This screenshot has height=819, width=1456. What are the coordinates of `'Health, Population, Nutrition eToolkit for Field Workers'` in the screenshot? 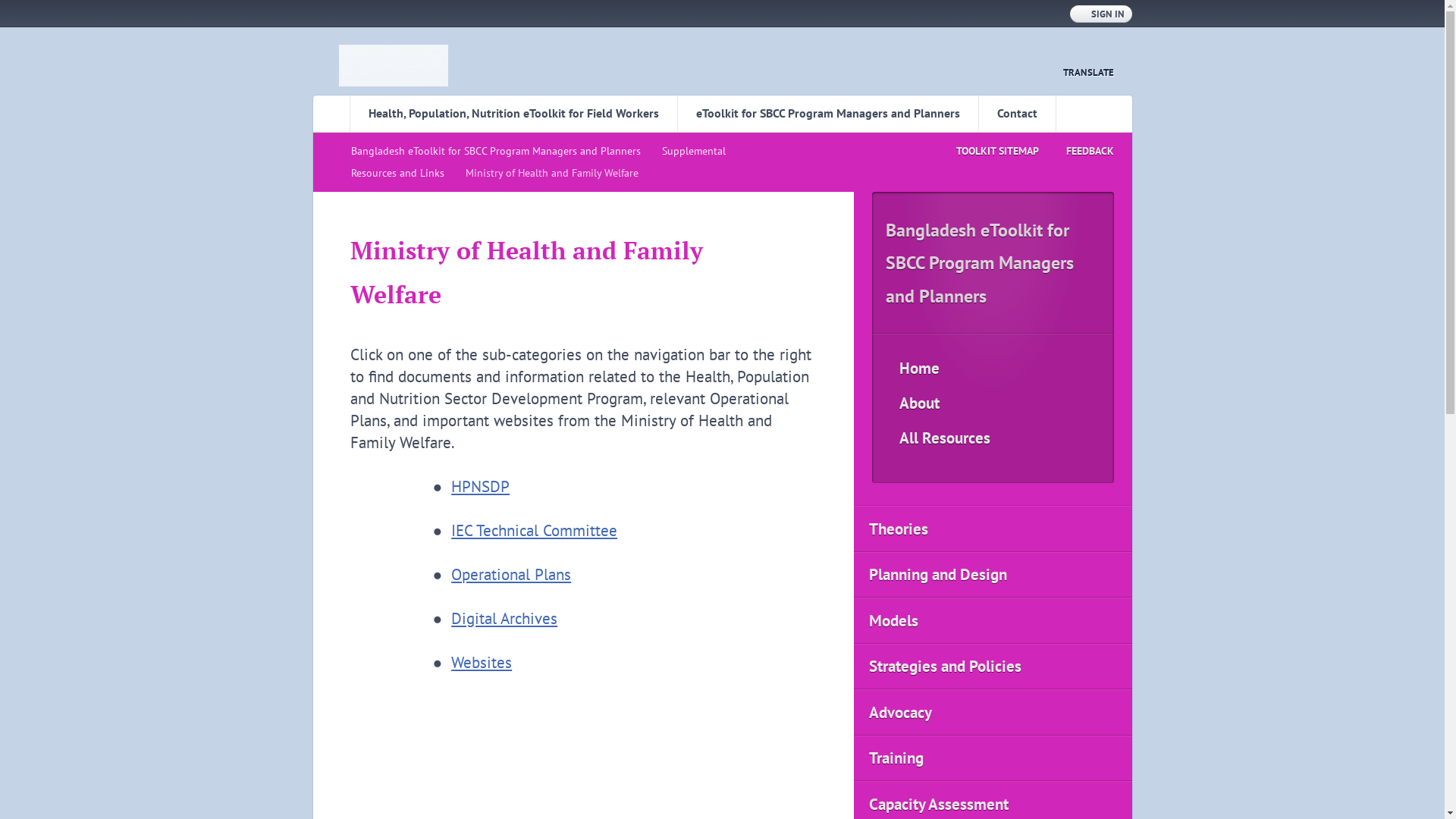 It's located at (513, 112).